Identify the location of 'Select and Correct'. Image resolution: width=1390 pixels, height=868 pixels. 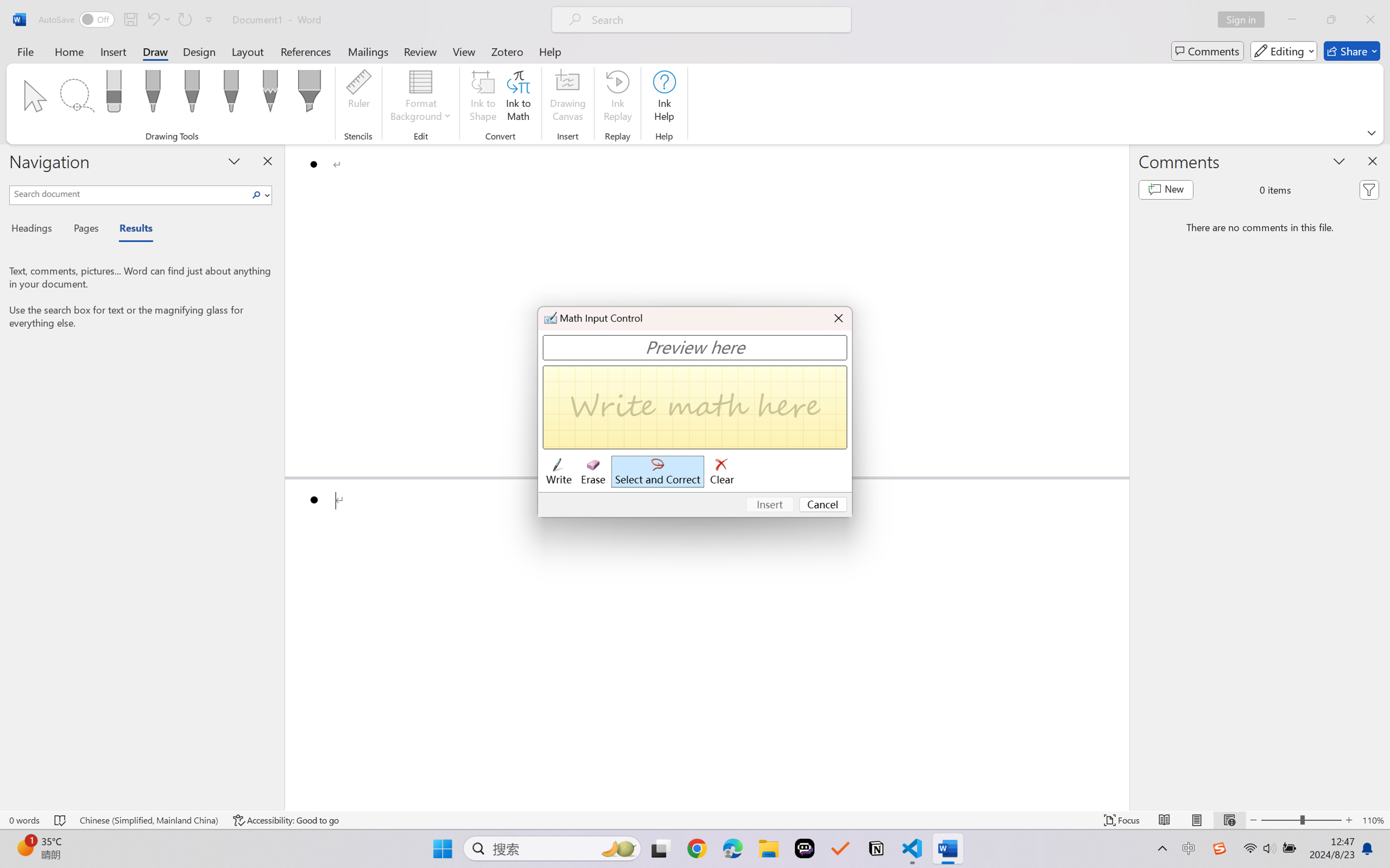
(658, 471).